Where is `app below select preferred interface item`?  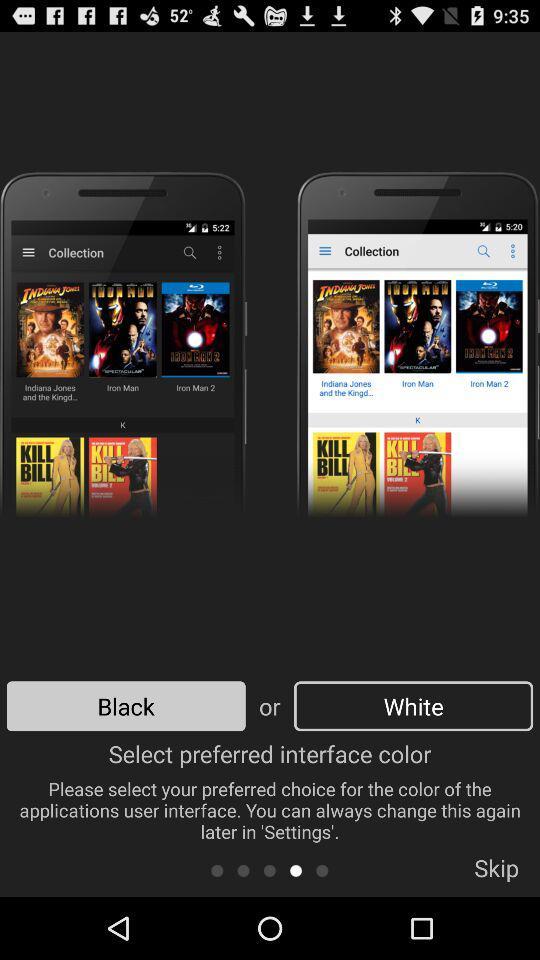 app below select preferred interface item is located at coordinates (295, 869).